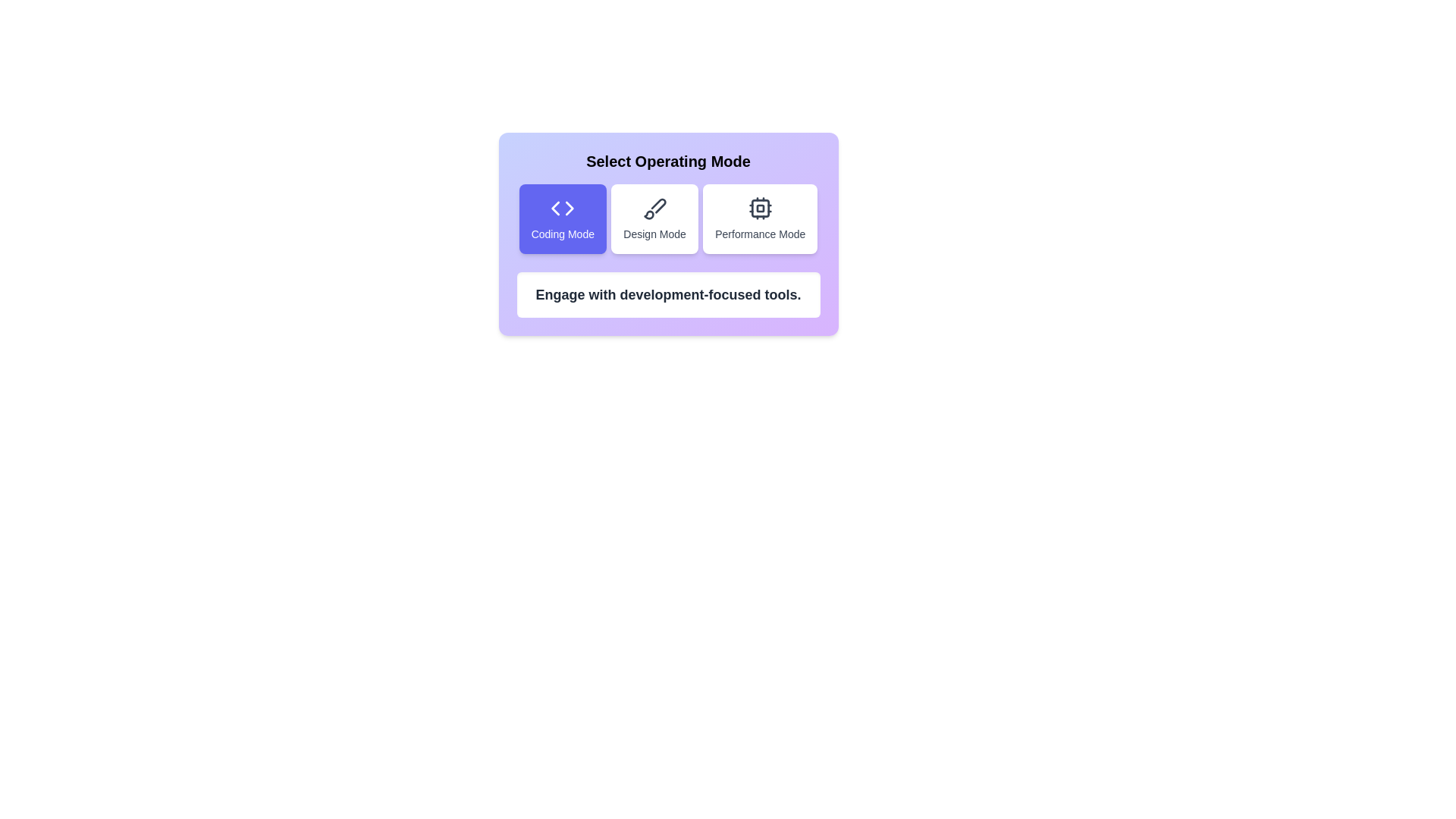 This screenshot has height=819, width=1456. Describe the element at coordinates (654, 219) in the screenshot. I see `the mode by clicking on the corresponding button. The parameter Design Mode determines the mode to select` at that location.